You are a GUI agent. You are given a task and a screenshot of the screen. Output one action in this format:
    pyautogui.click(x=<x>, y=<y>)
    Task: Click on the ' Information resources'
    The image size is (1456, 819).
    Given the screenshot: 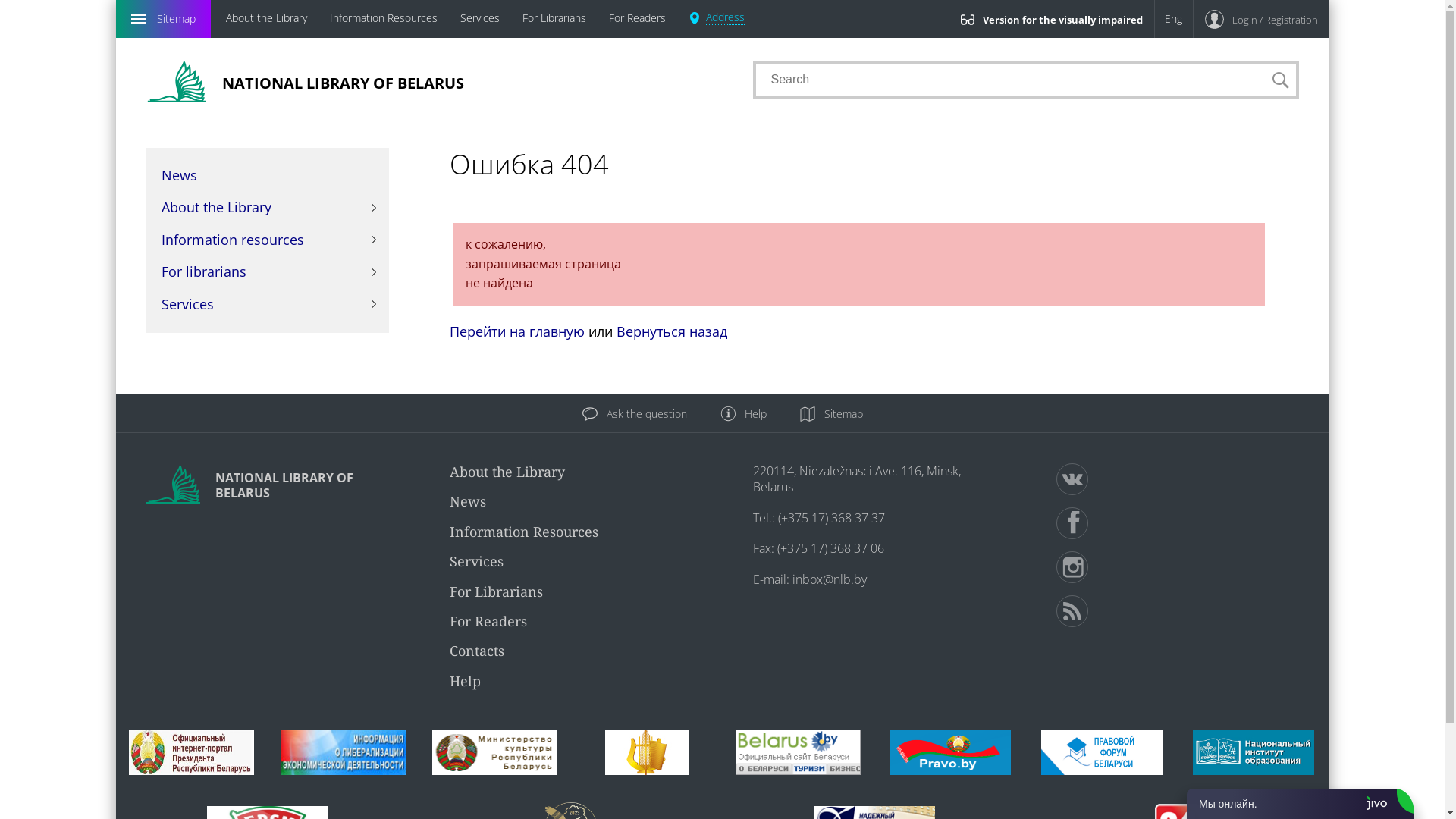 What is the action you would take?
    pyautogui.click(x=266, y=239)
    